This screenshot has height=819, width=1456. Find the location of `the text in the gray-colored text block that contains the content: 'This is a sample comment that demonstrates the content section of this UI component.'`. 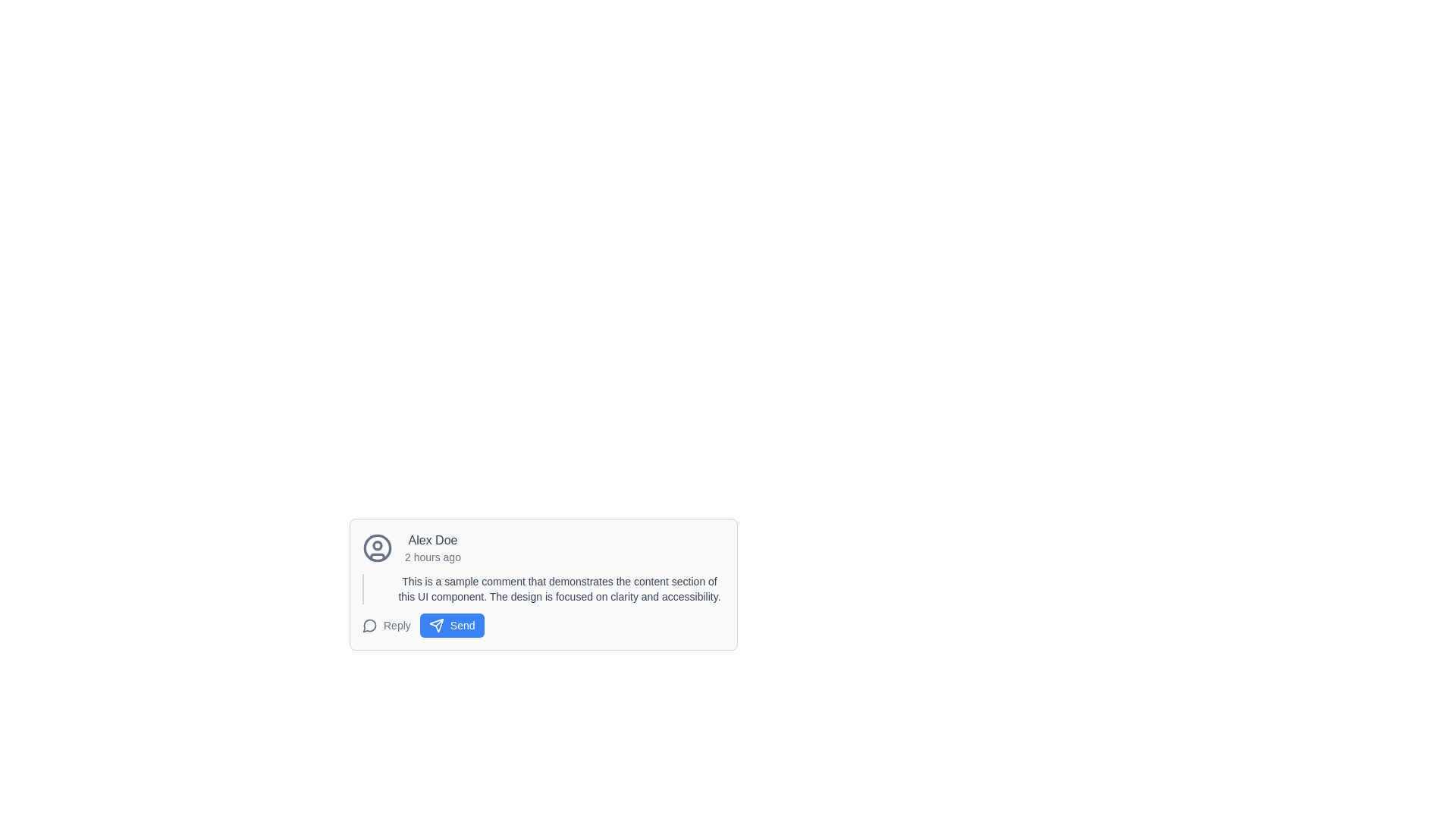

the text in the gray-colored text block that contains the content: 'This is a sample comment that demonstrates the content section of this UI component.' is located at coordinates (559, 588).